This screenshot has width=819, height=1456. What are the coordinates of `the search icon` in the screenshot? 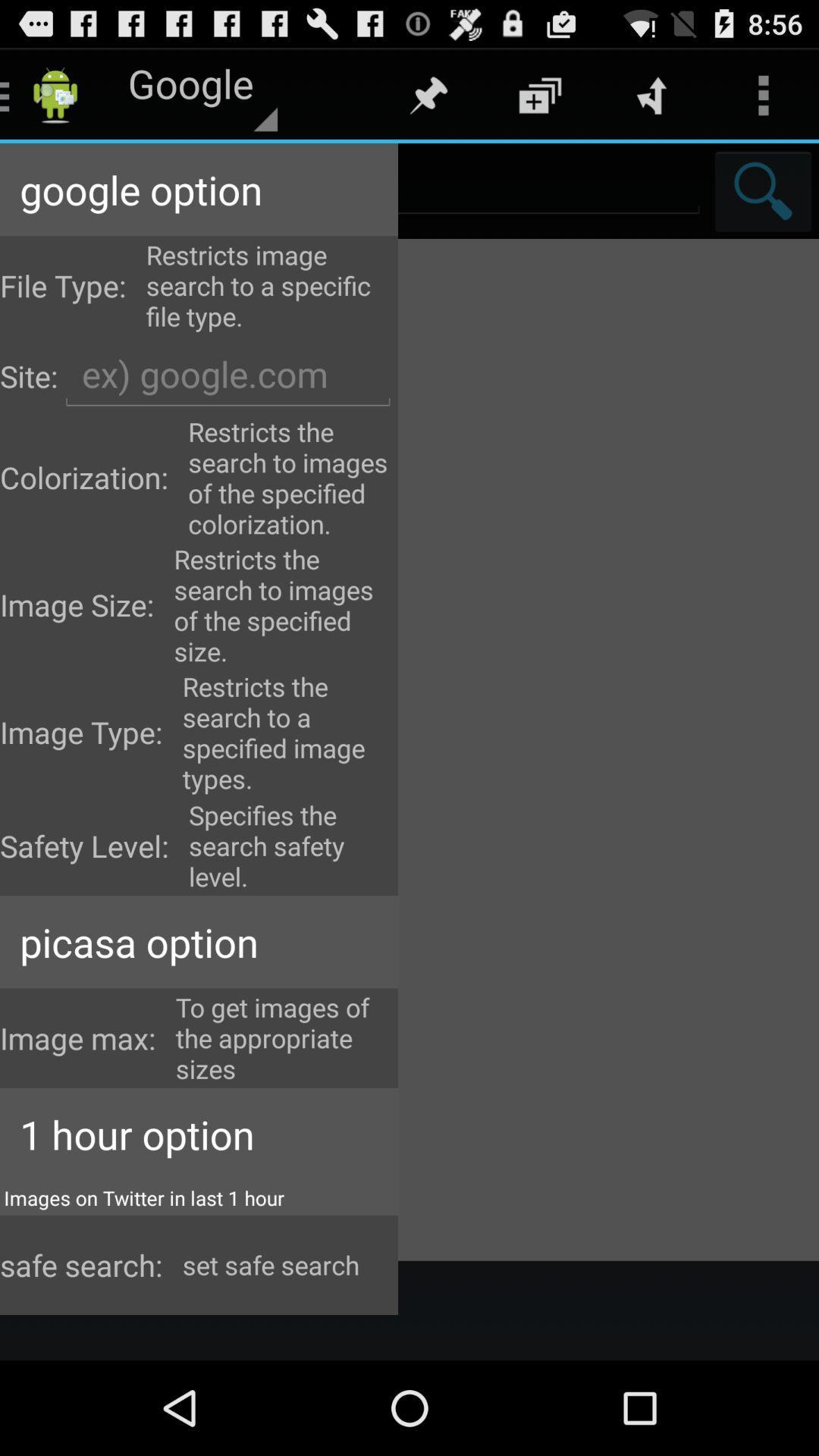 It's located at (763, 203).